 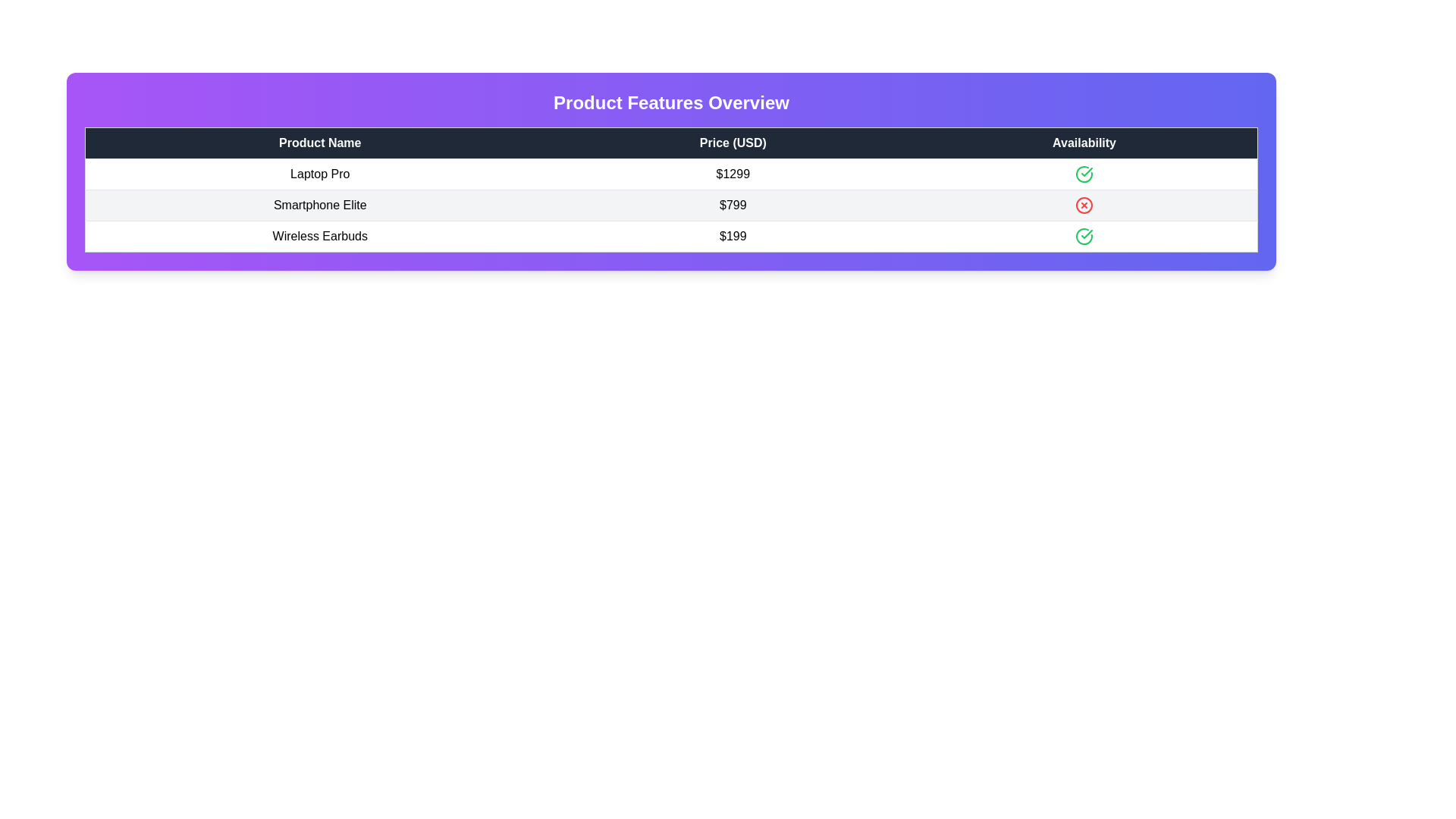 What do you see at coordinates (1084, 143) in the screenshot?
I see `the 'Availability' label, which is styled in white font on a dark background and is located in the third column of the header row of a data table` at bounding box center [1084, 143].